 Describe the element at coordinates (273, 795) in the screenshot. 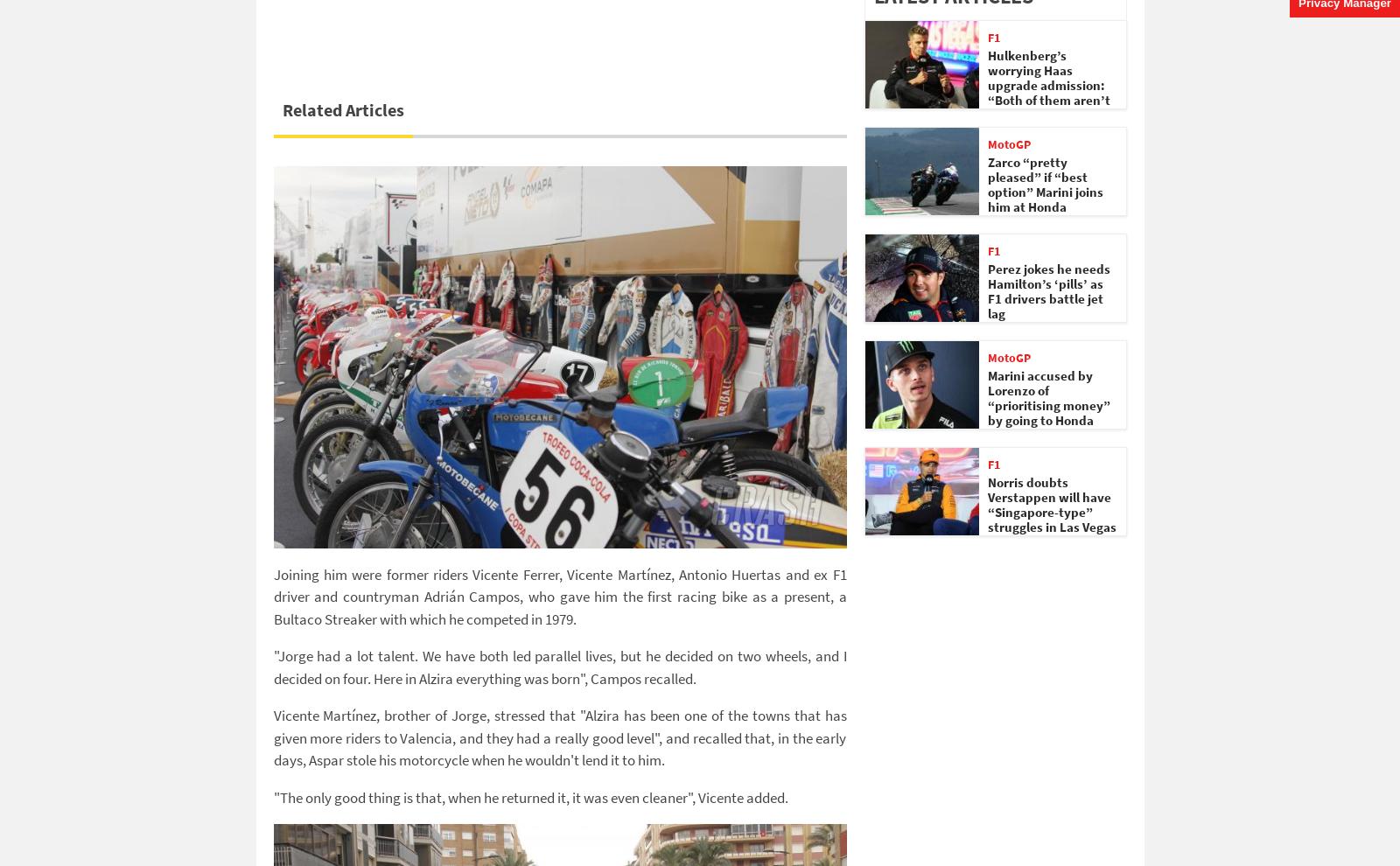

I see `'"The only good thing is that, when he returned it, it was even cleaner", Vicente added.'` at that location.